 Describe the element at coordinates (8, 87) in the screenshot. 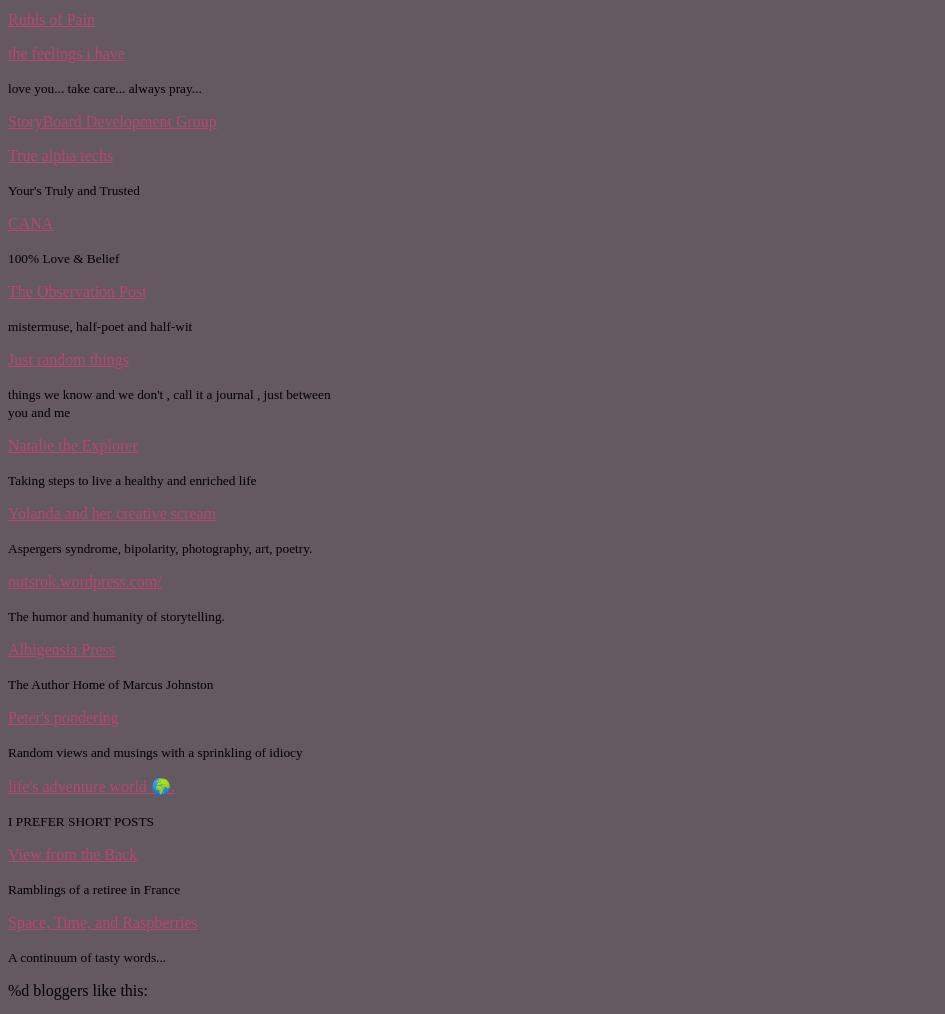

I see `'love you... take care... always pray...'` at that location.